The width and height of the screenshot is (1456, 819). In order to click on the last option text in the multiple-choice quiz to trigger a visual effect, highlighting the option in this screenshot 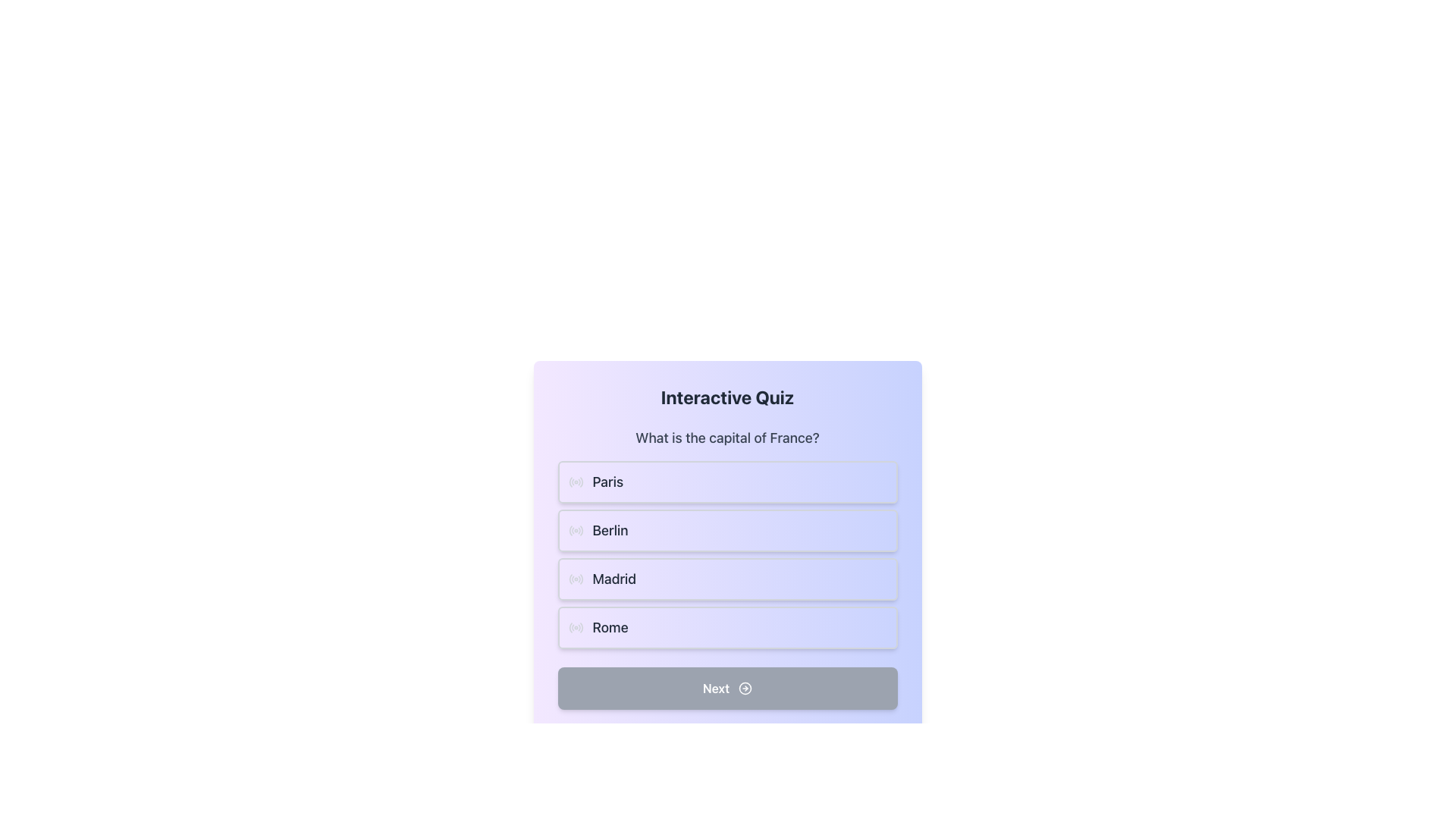, I will do `click(610, 628)`.